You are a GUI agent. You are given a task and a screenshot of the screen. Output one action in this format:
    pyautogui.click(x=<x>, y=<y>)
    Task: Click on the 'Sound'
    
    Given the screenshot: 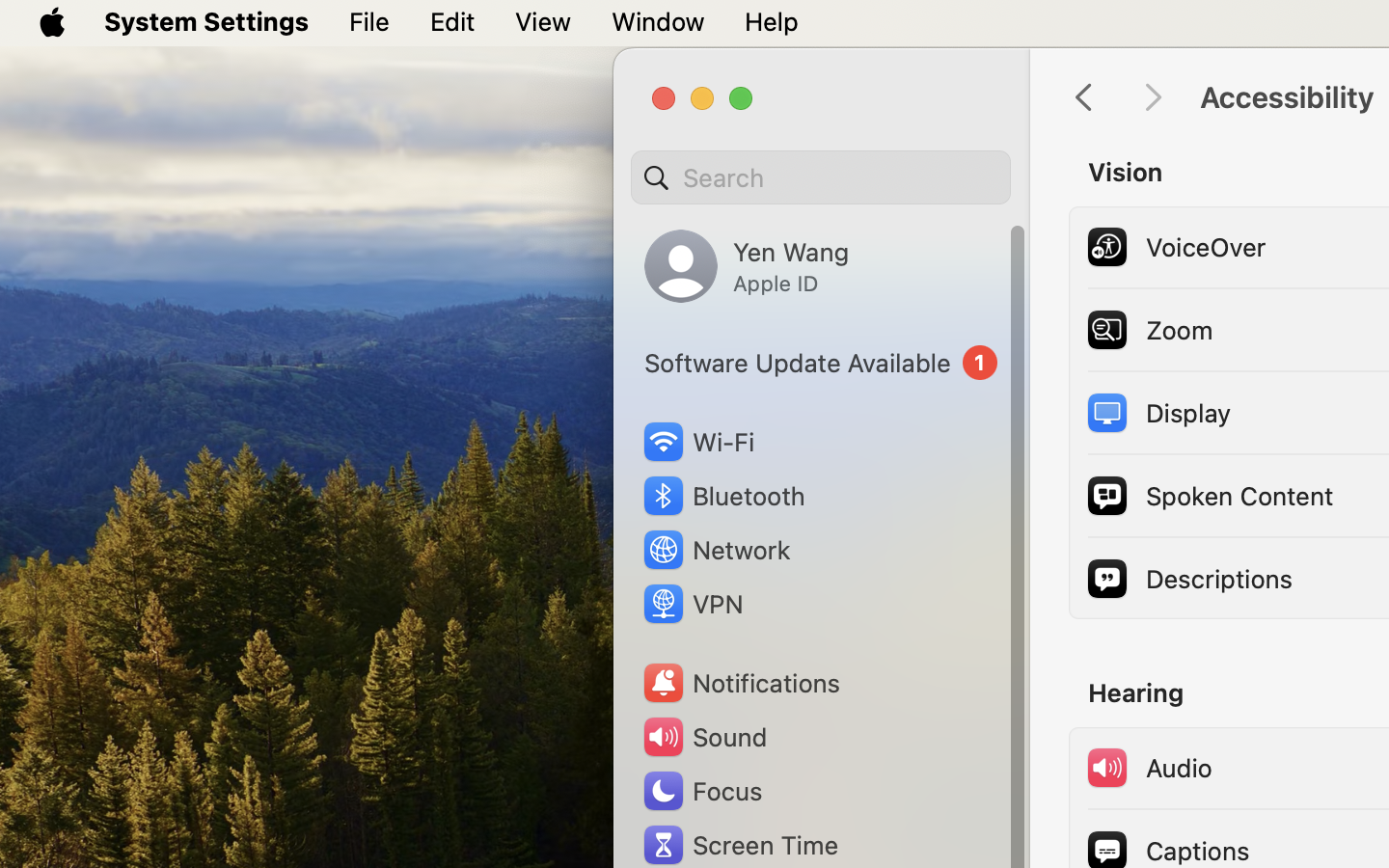 What is the action you would take?
    pyautogui.click(x=702, y=736)
    